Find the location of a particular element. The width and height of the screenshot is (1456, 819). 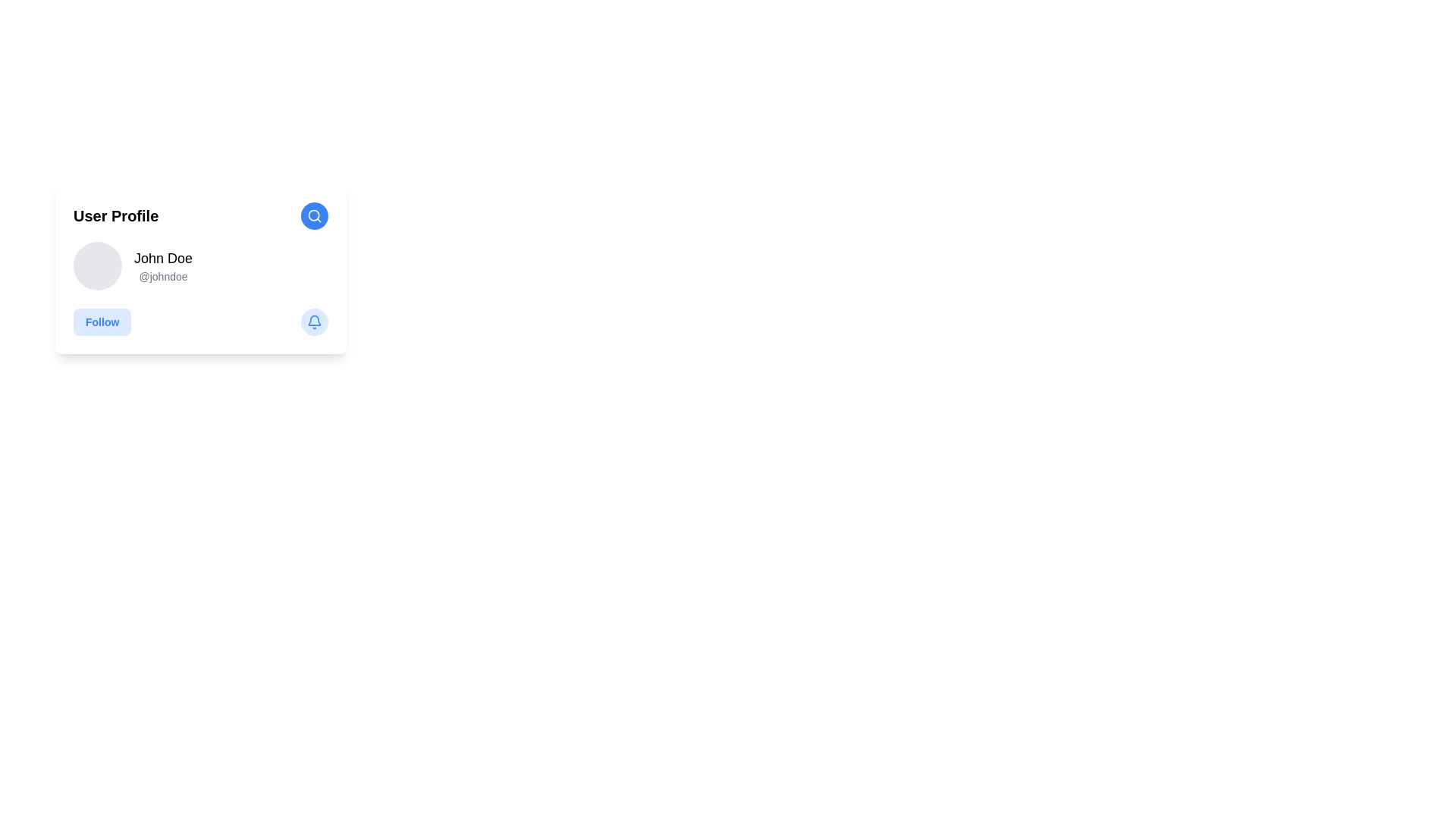

the 'Follow' button, which is a rounded button with a light blue background and bold blue text, located at the bottom-left of the user profile section is located at coordinates (102, 321).